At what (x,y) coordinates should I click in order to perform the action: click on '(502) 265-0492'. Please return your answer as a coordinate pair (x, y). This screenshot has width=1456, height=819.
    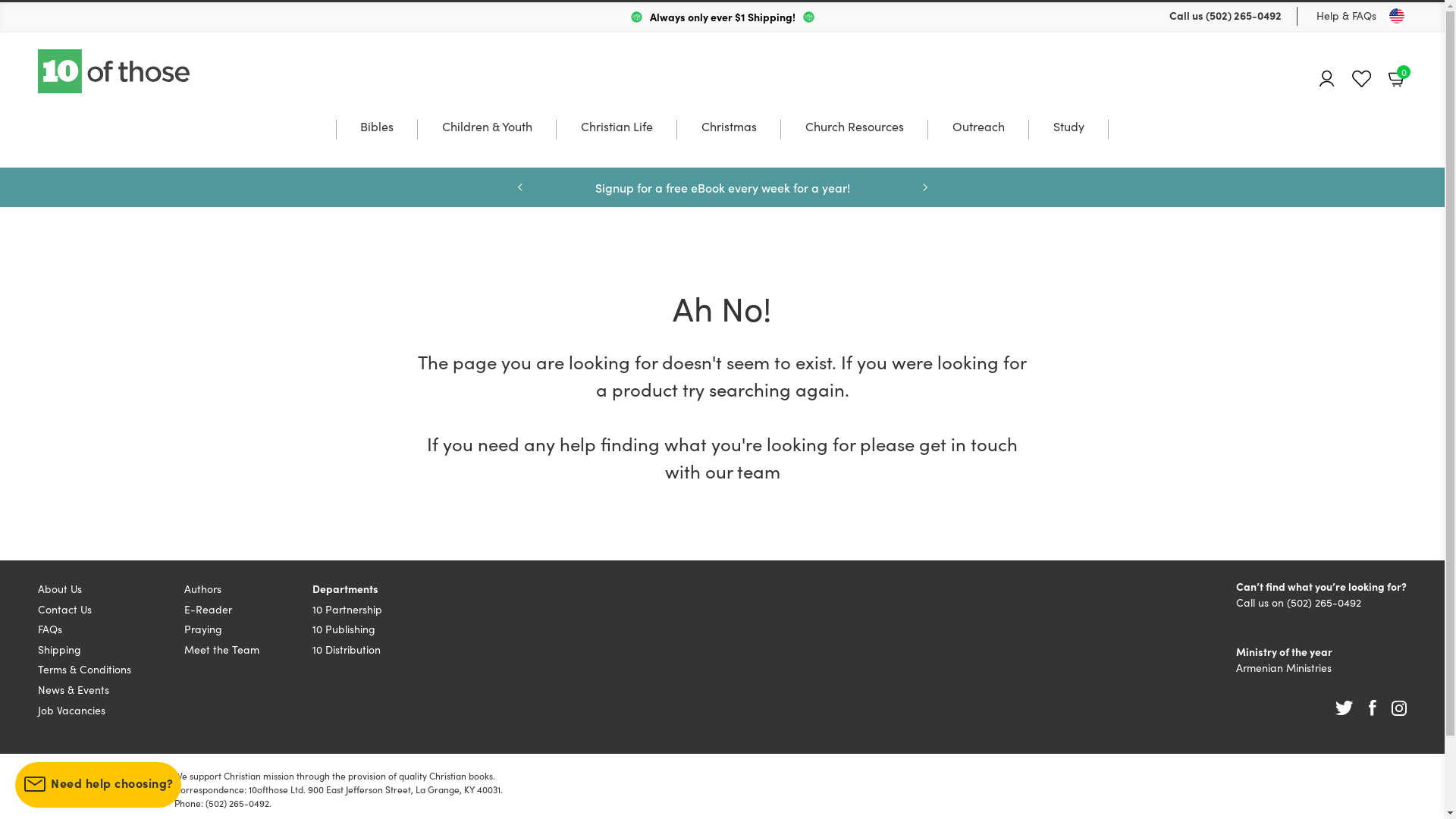
    Looking at the image, I should click on (1244, 14).